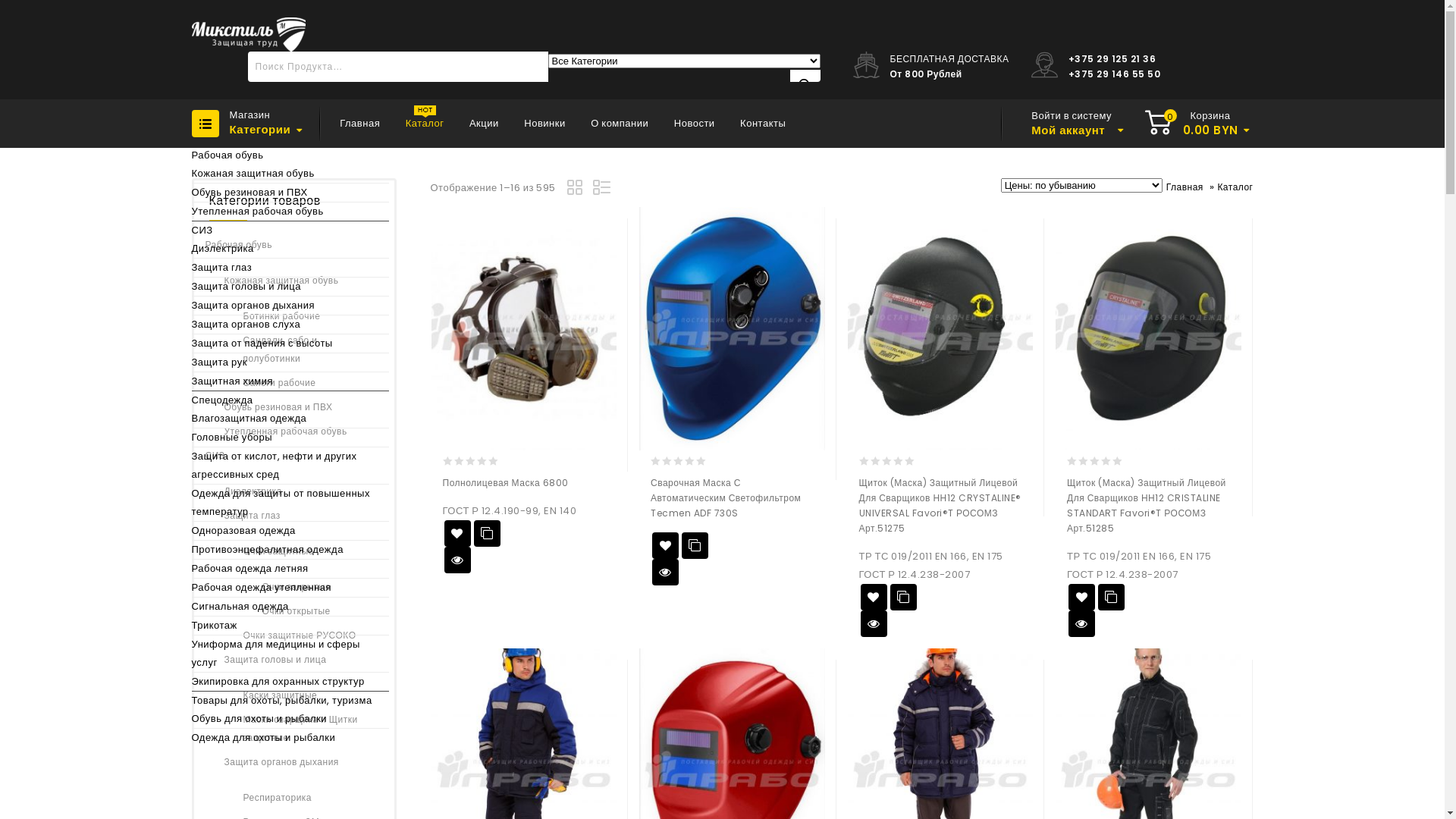  What do you see at coordinates (602, 189) in the screenshot?
I see `'List view'` at bounding box center [602, 189].